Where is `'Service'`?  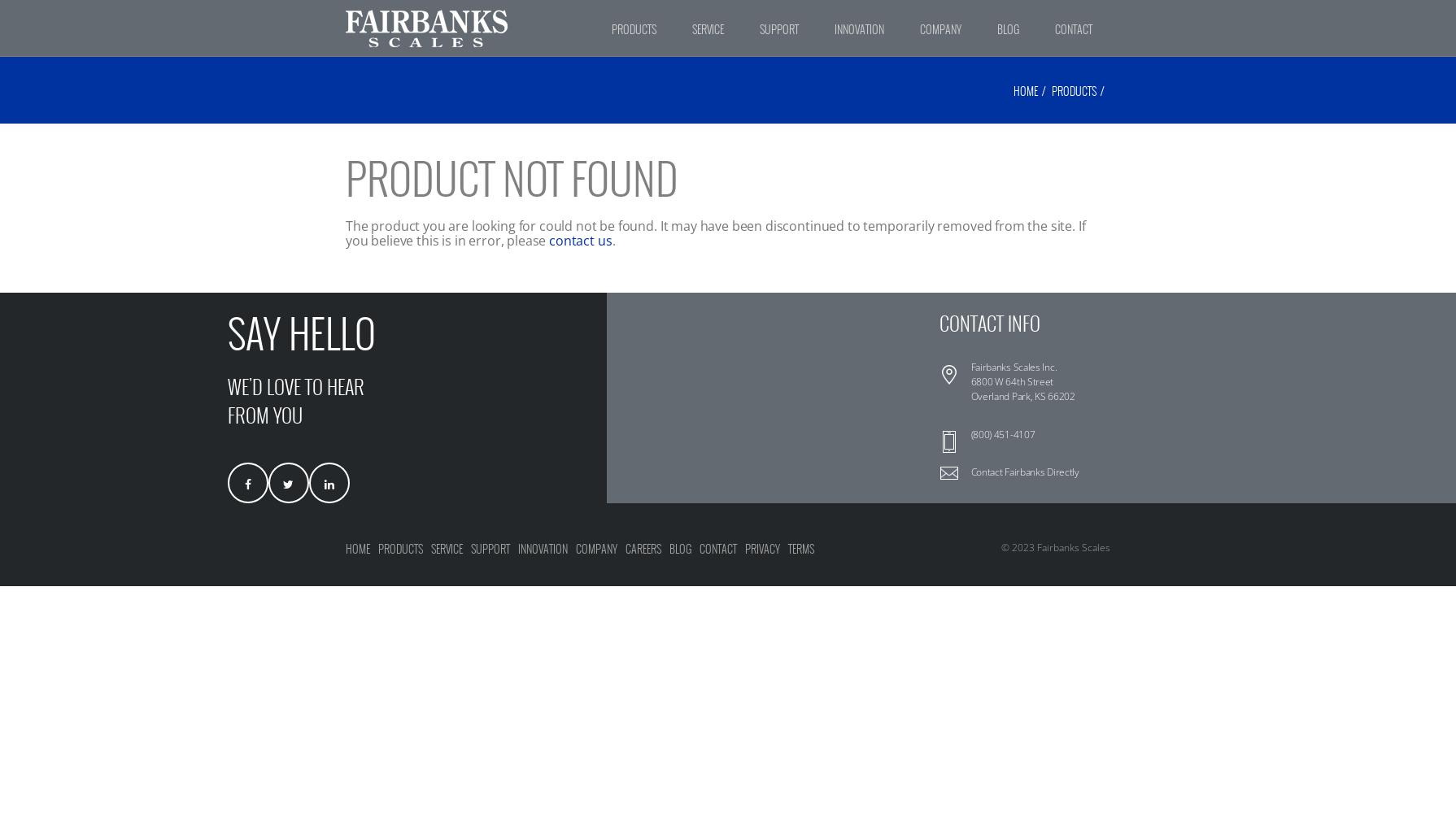 'Service' is located at coordinates (430, 549).